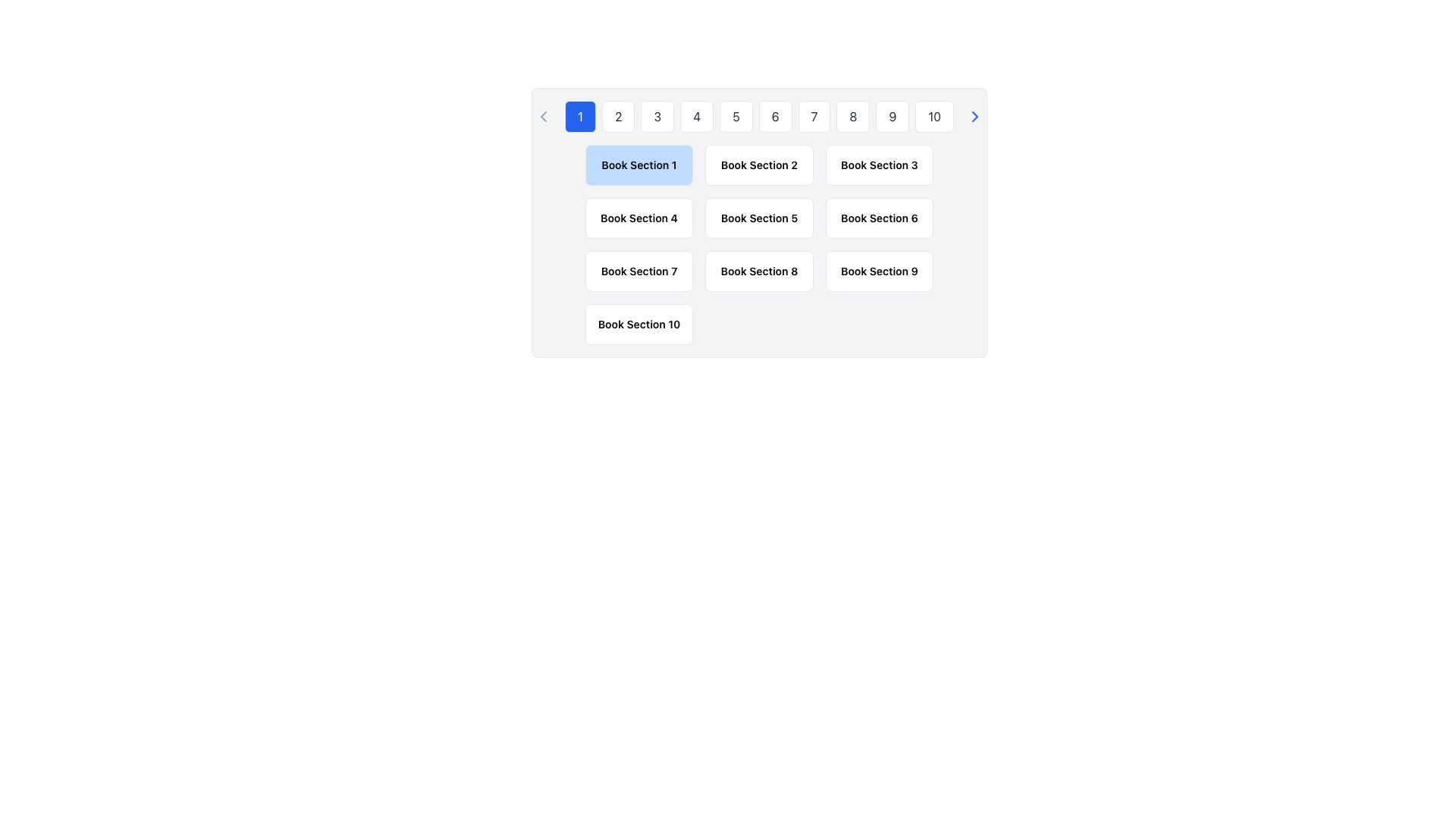 The width and height of the screenshot is (1456, 819). What do you see at coordinates (893, 116) in the screenshot?
I see `the button labeled '9', which is styled with rounded corners and a white background, to receive visual feedback` at bounding box center [893, 116].